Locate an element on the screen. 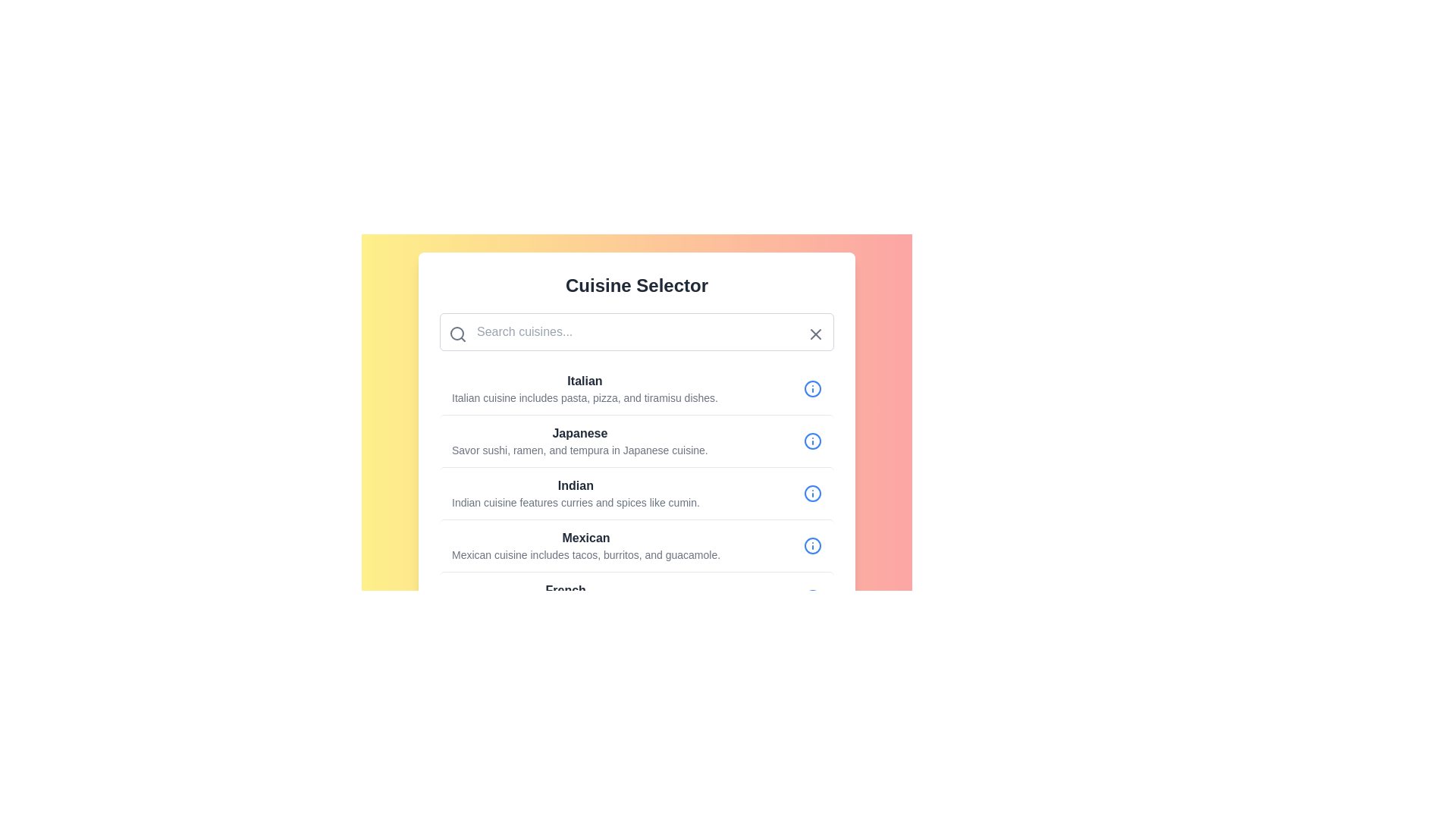  the text element displaying the description: 'Mexican cuisine includes tacos, burritos, and guacamole.' located below the bold text 'Mexican' and to the left of an informational icon in the 'Cuisine Selector' interface is located at coordinates (585, 555).